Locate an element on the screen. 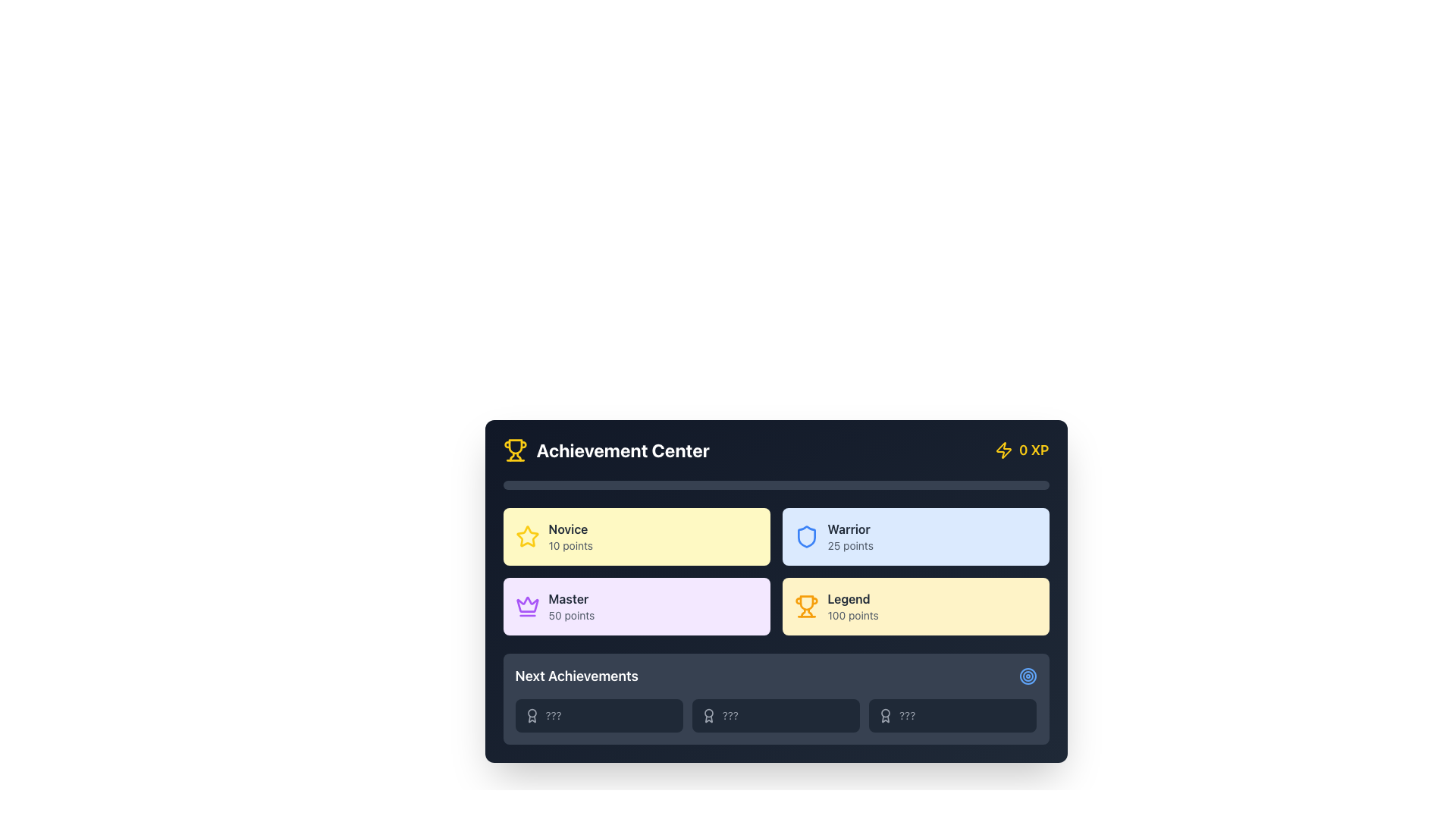 Image resolution: width=1456 pixels, height=819 pixels. the informational text element with a yellow lightning bolt icon and '0 XP' text located at the top-right corner of the Achievement Center panel is located at coordinates (1021, 450).